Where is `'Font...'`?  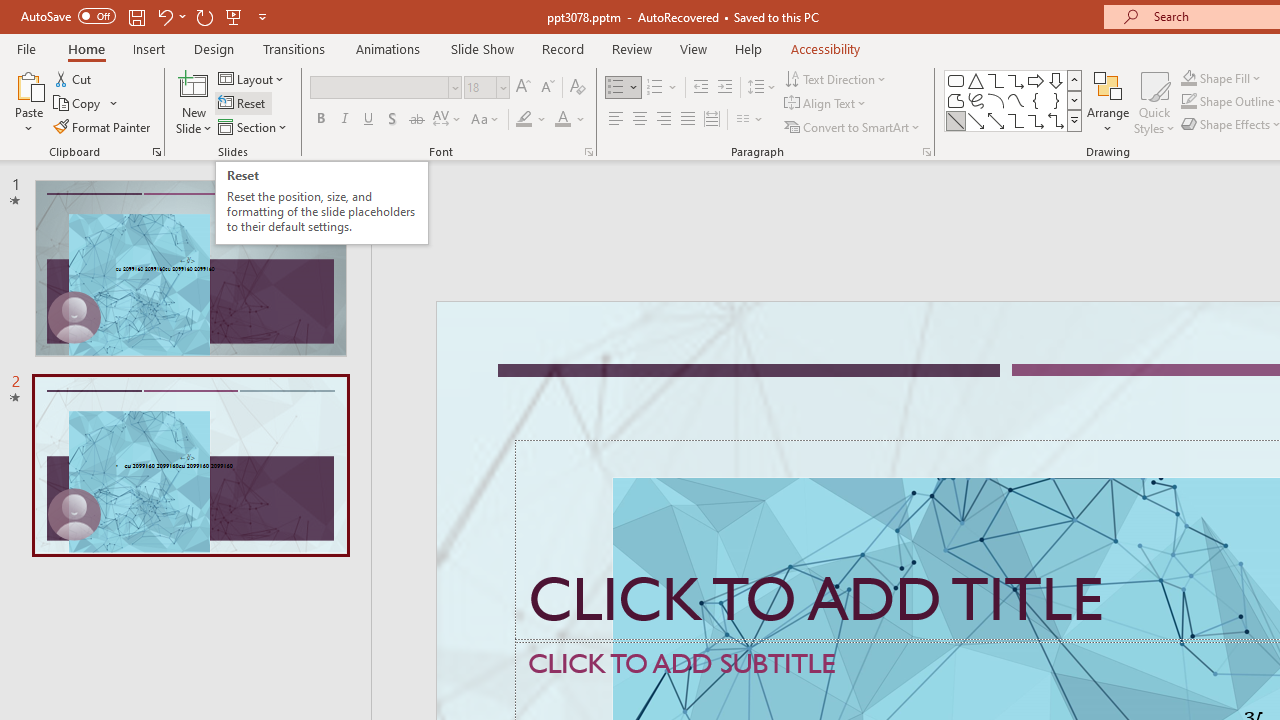
'Font...' is located at coordinates (587, 150).